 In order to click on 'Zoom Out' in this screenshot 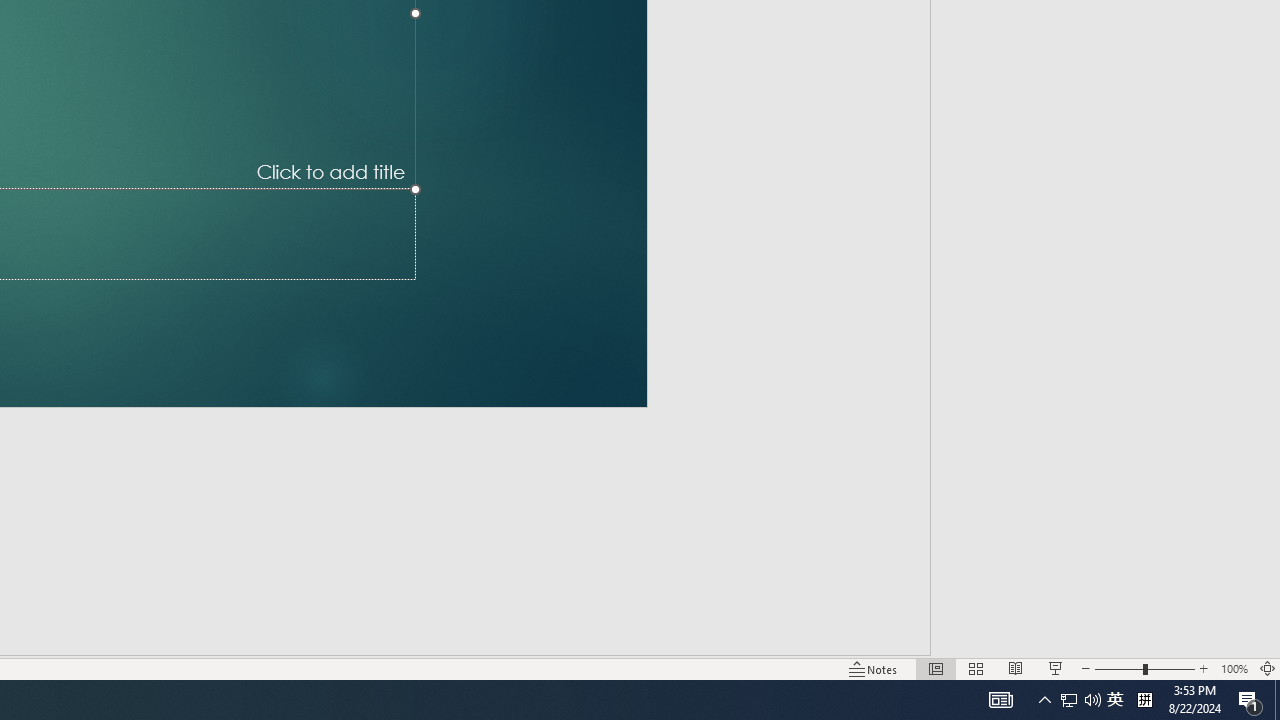, I will do `click(1117, 669)`.